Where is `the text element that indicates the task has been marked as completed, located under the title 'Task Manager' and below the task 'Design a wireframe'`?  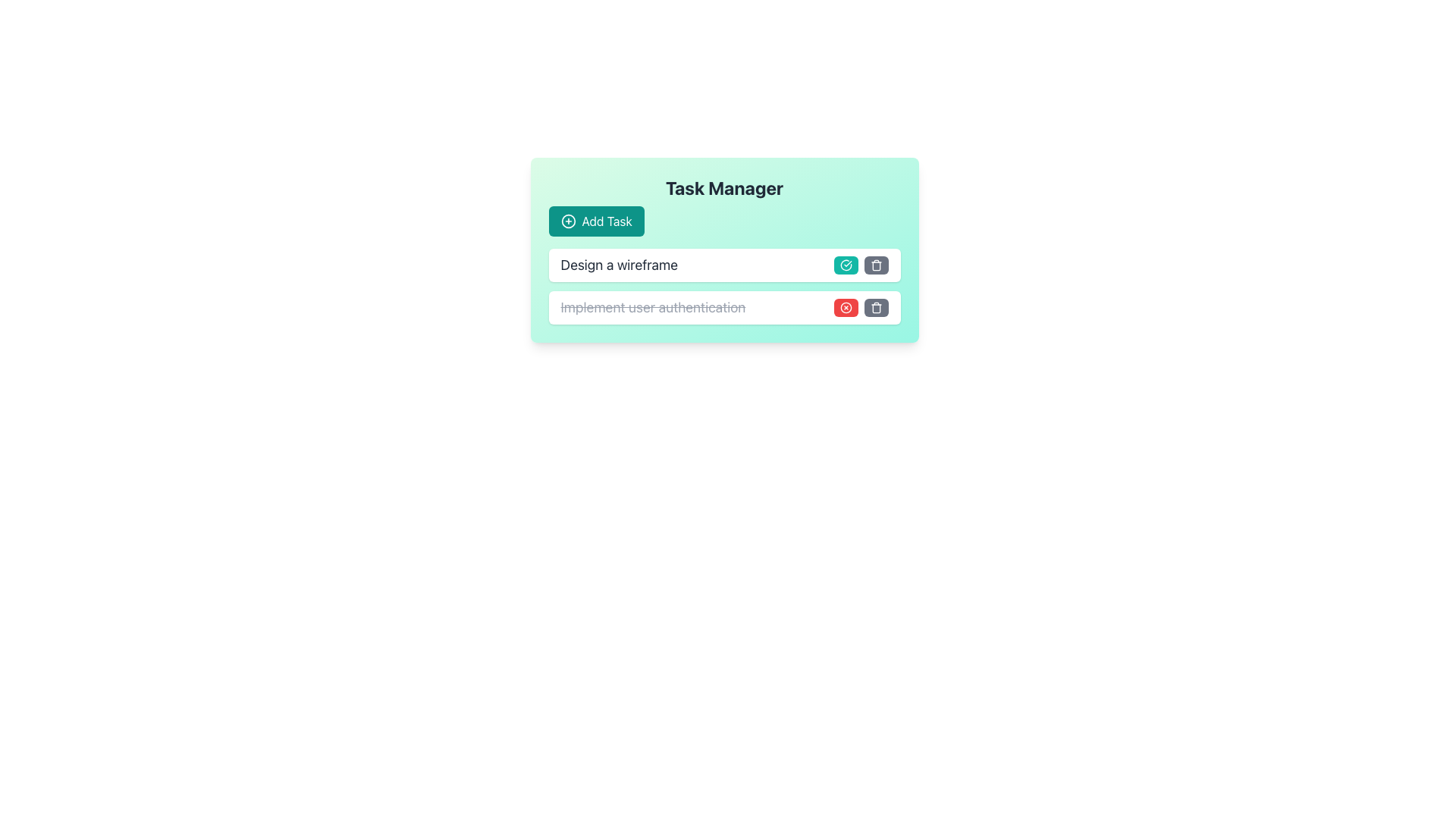
the text element that indicates the task has been marked as completed, located under the title 'Task Manager' and below the task 'Design a wireframe' is located at coordinates (653, 307).